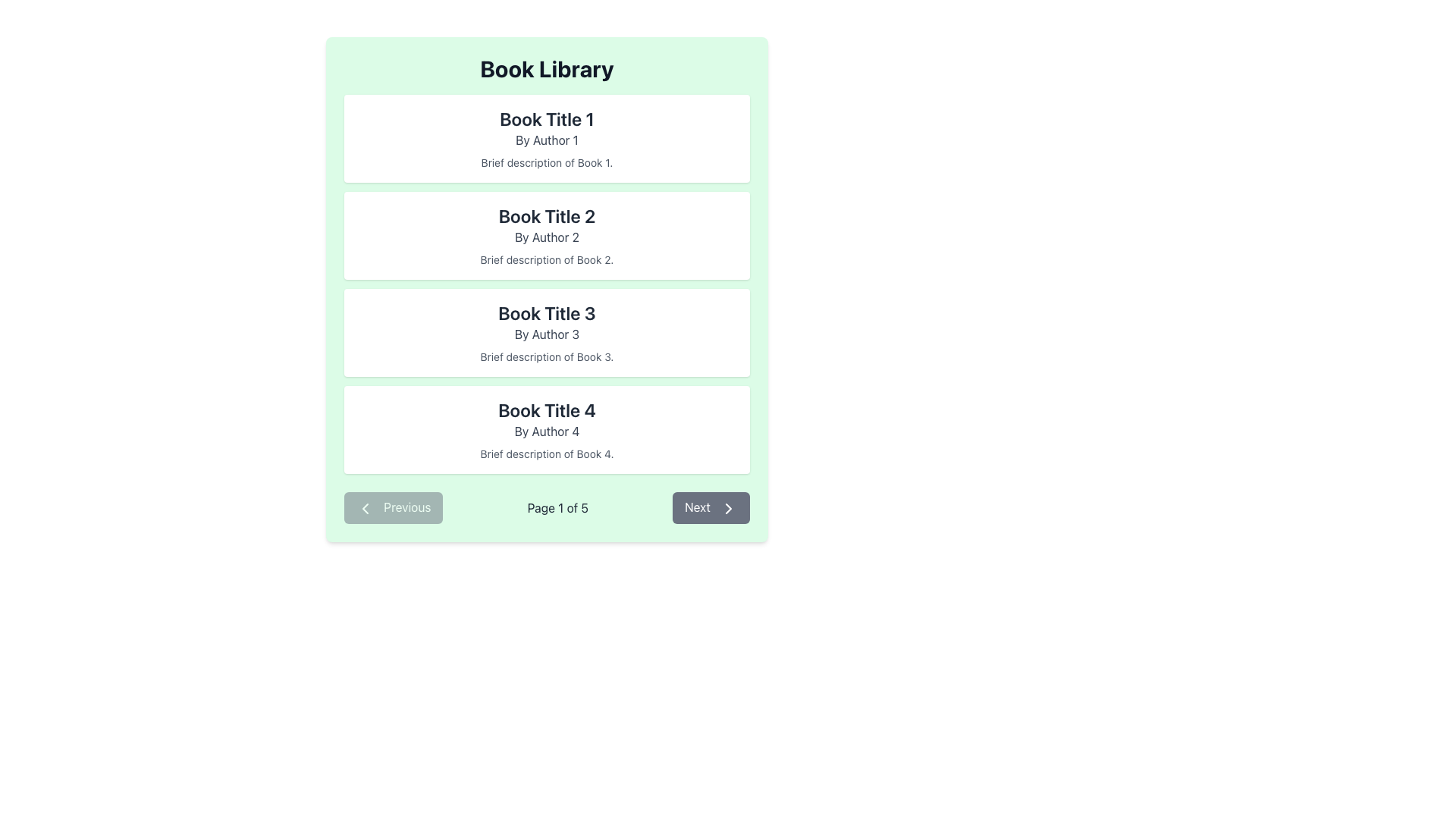  Describe the element at coordinates (546, 430) in the screenshot. I see `the Information Card at the bottom of the stack, which displays details about a book including title, author, and description` at that location.